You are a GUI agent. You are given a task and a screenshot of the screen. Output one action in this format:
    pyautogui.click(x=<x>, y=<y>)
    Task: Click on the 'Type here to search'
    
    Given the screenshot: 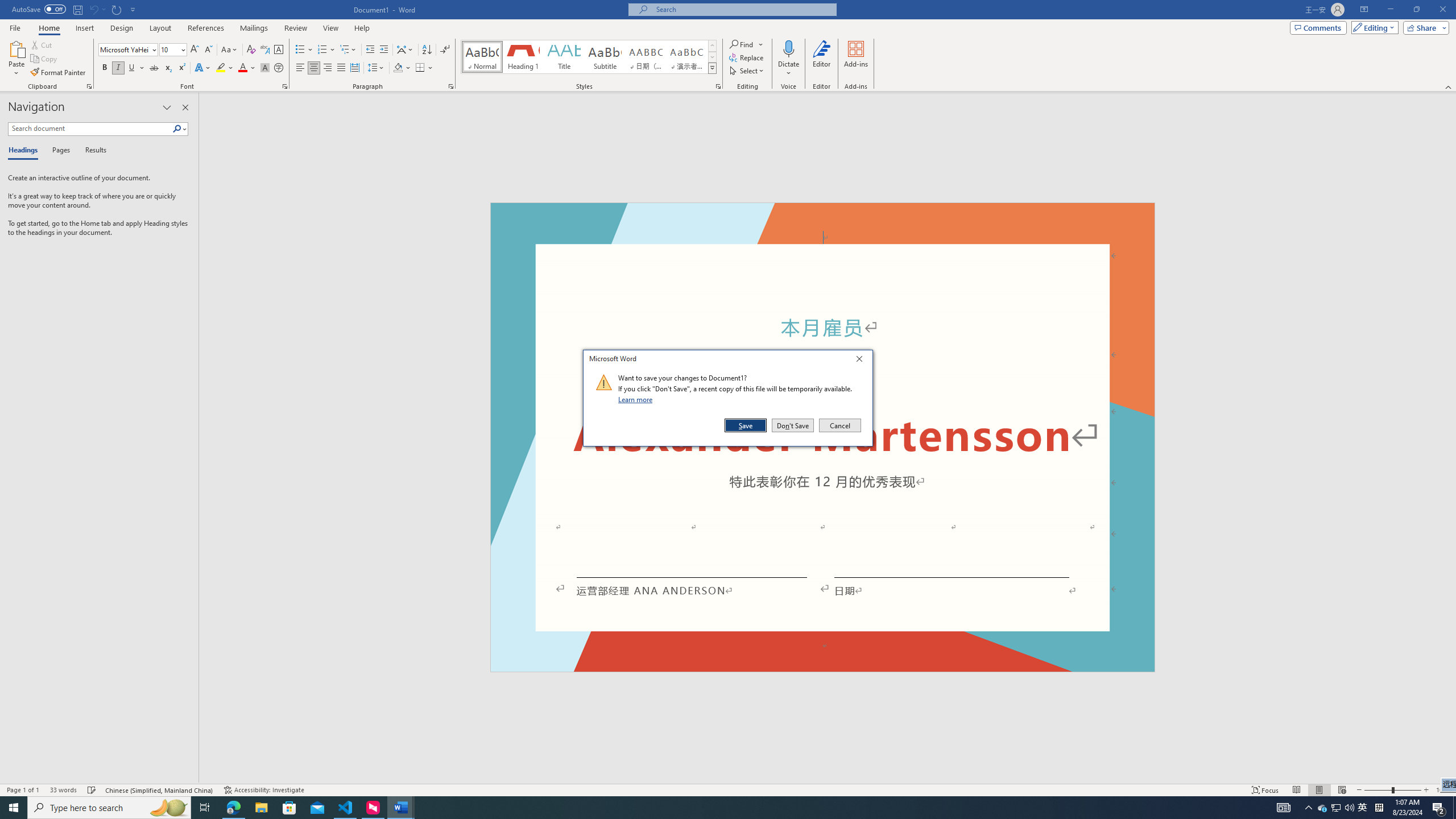 What is the action you would take?
    pyautogui.click(x=109, y=806)
    